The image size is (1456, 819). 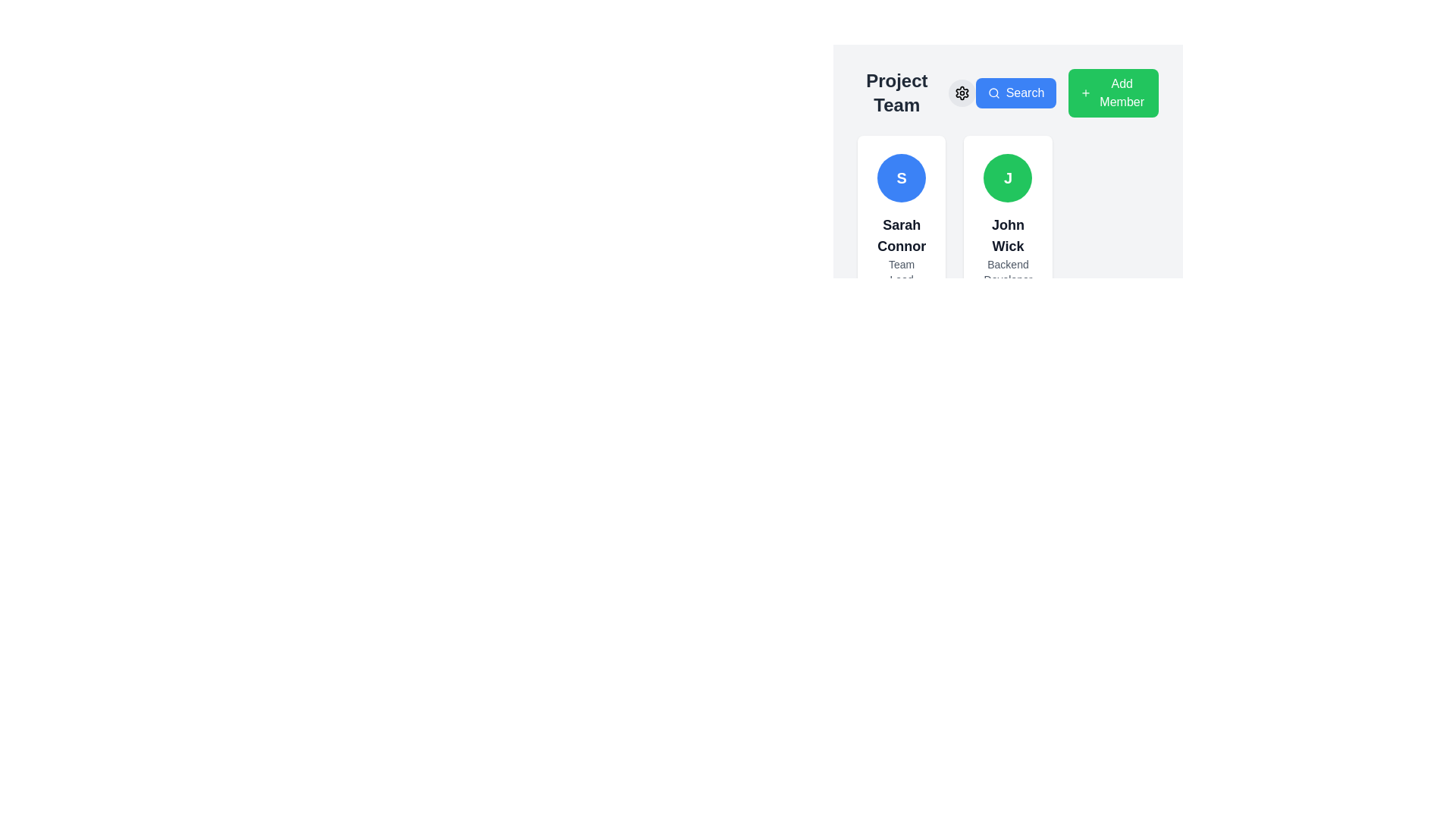 I want to click on the 'Add Member' text label within the green button located at the top-right area of the interface, which allows users, so click(x=1122, y=93).